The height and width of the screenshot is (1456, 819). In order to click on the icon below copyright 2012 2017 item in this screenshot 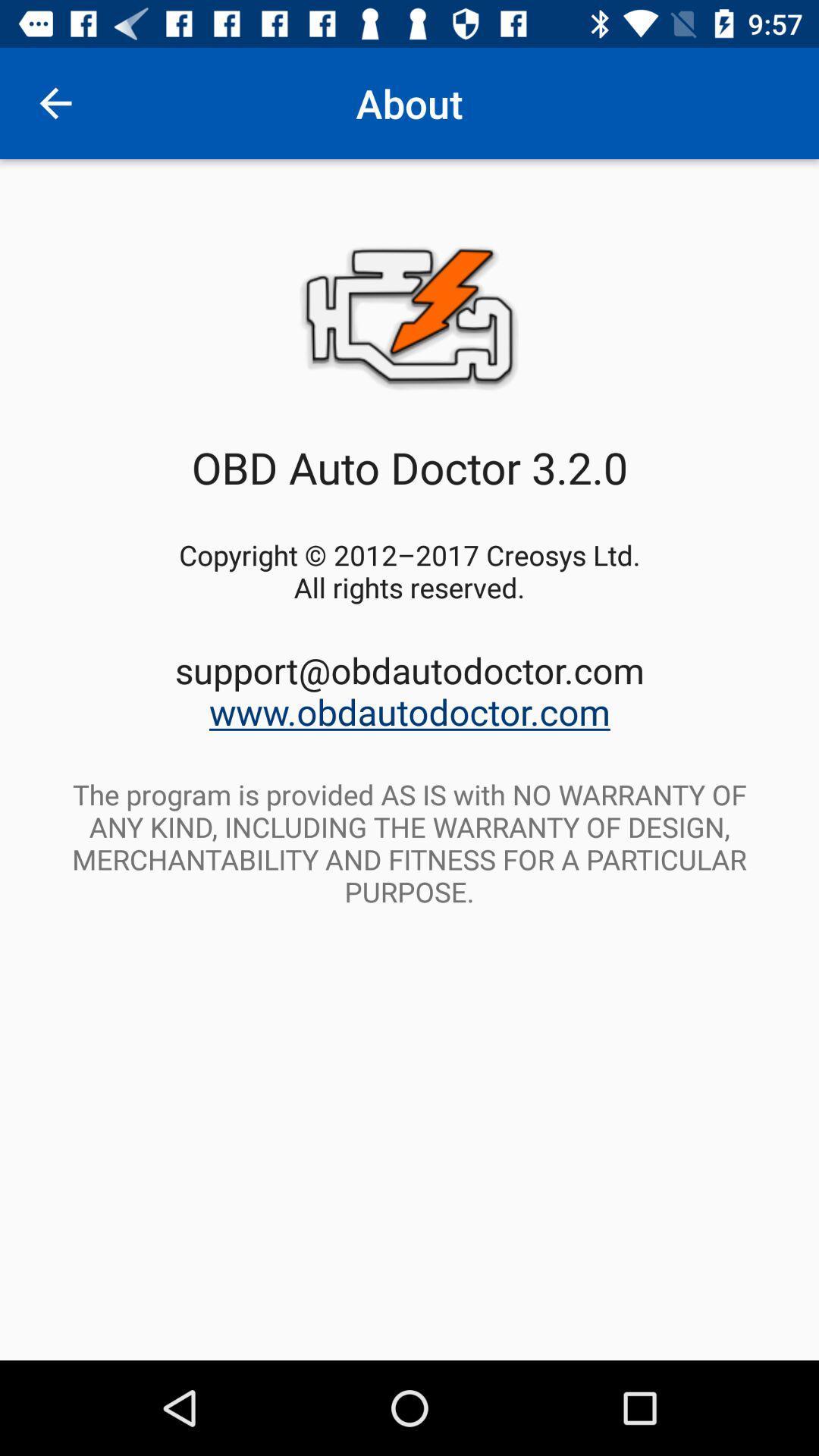, I will do `click(409, 690)`.